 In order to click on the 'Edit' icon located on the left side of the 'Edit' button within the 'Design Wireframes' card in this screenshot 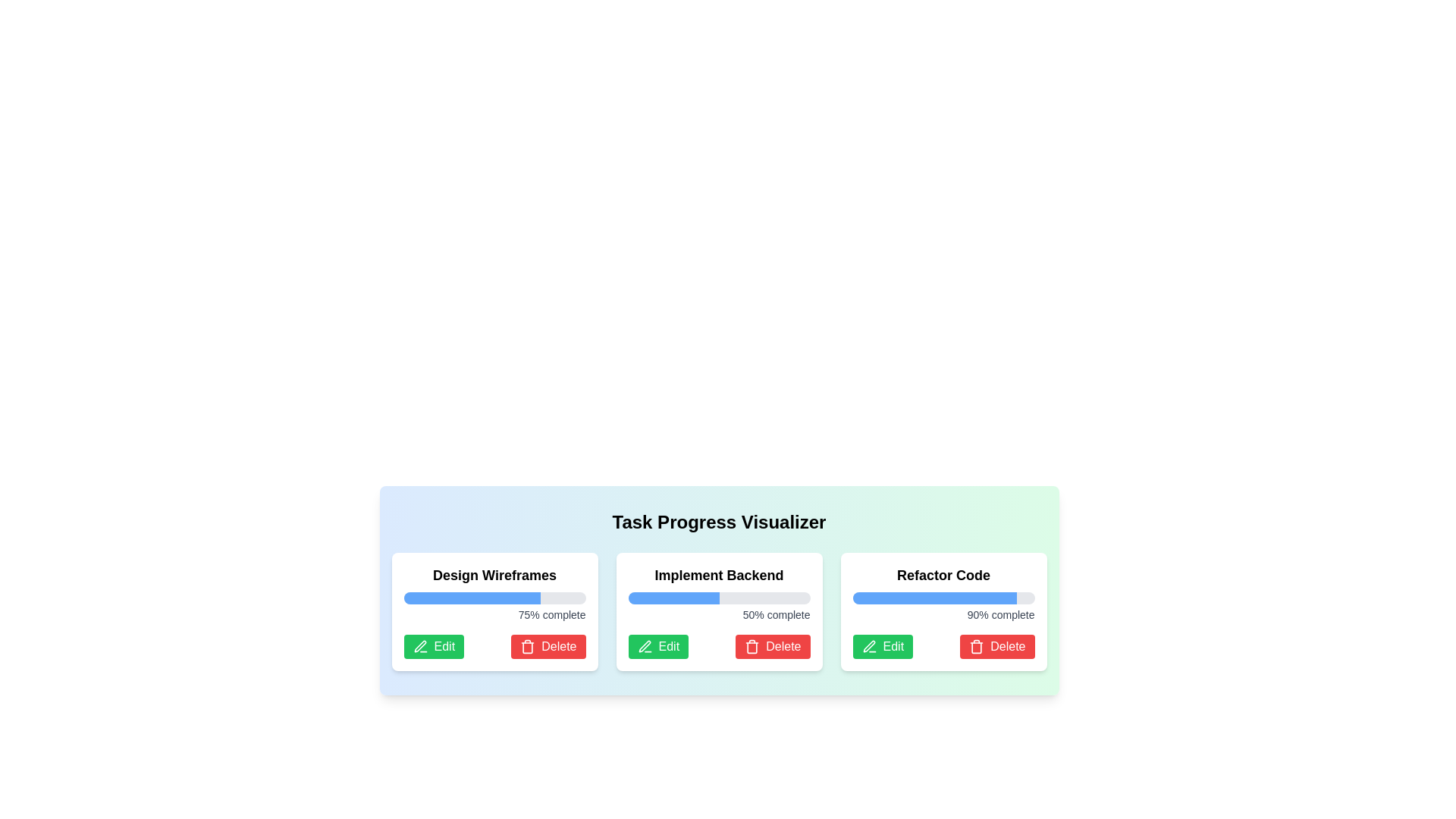, I will do `click(420, 646)`.